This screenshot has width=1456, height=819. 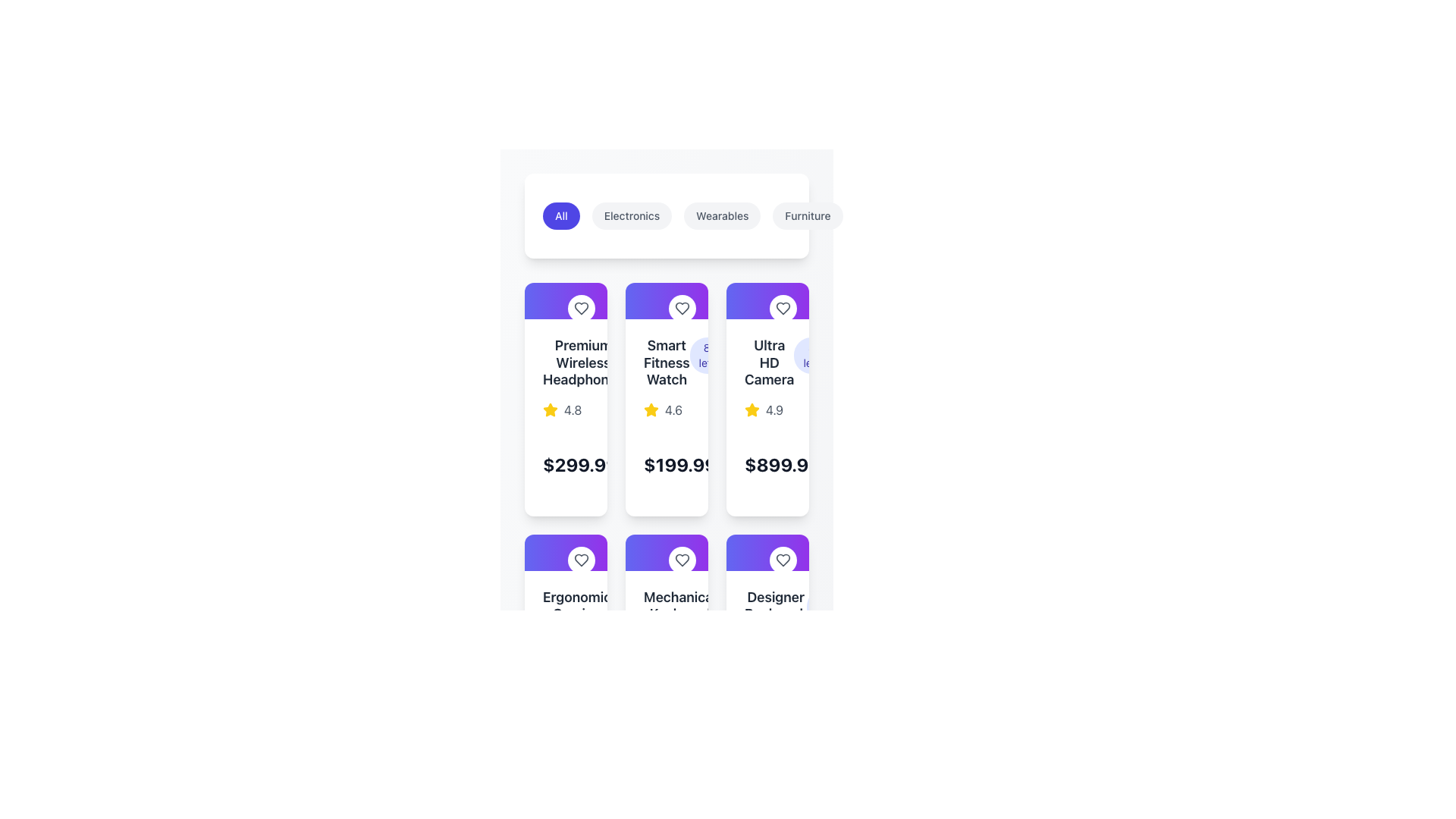 What do you see at coordinates (774, 409) in the screenshot?
I see `the text displaying the rating '4.9' next to the yellow star icon in the product card for the 'Ultra HD Camera'` at bounding box center [774, 409].